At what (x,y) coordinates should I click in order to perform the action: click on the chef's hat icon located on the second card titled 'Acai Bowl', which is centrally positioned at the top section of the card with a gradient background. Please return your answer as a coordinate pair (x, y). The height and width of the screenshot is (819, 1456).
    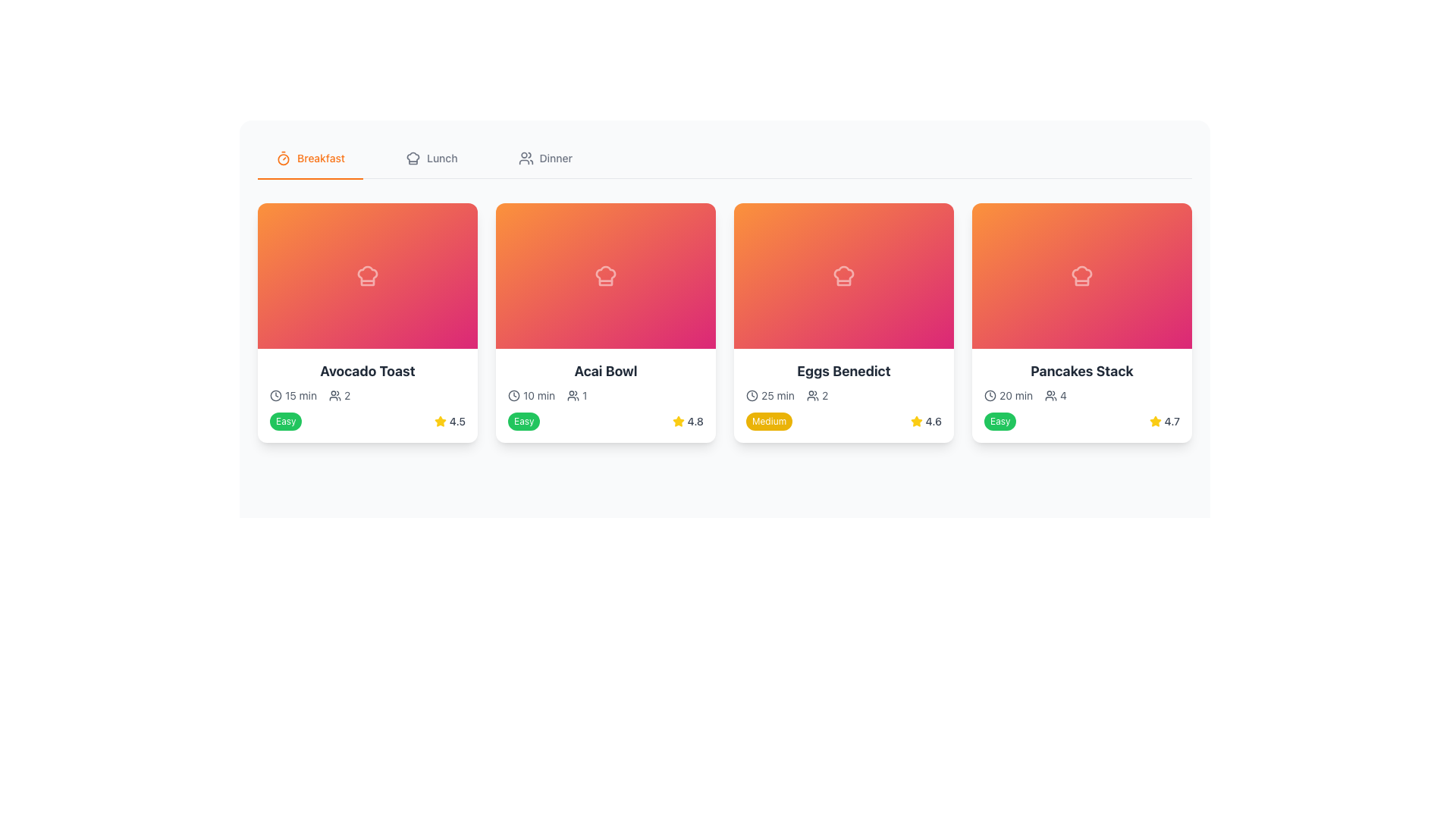
    Looking at the image, I should click on (604, 275).